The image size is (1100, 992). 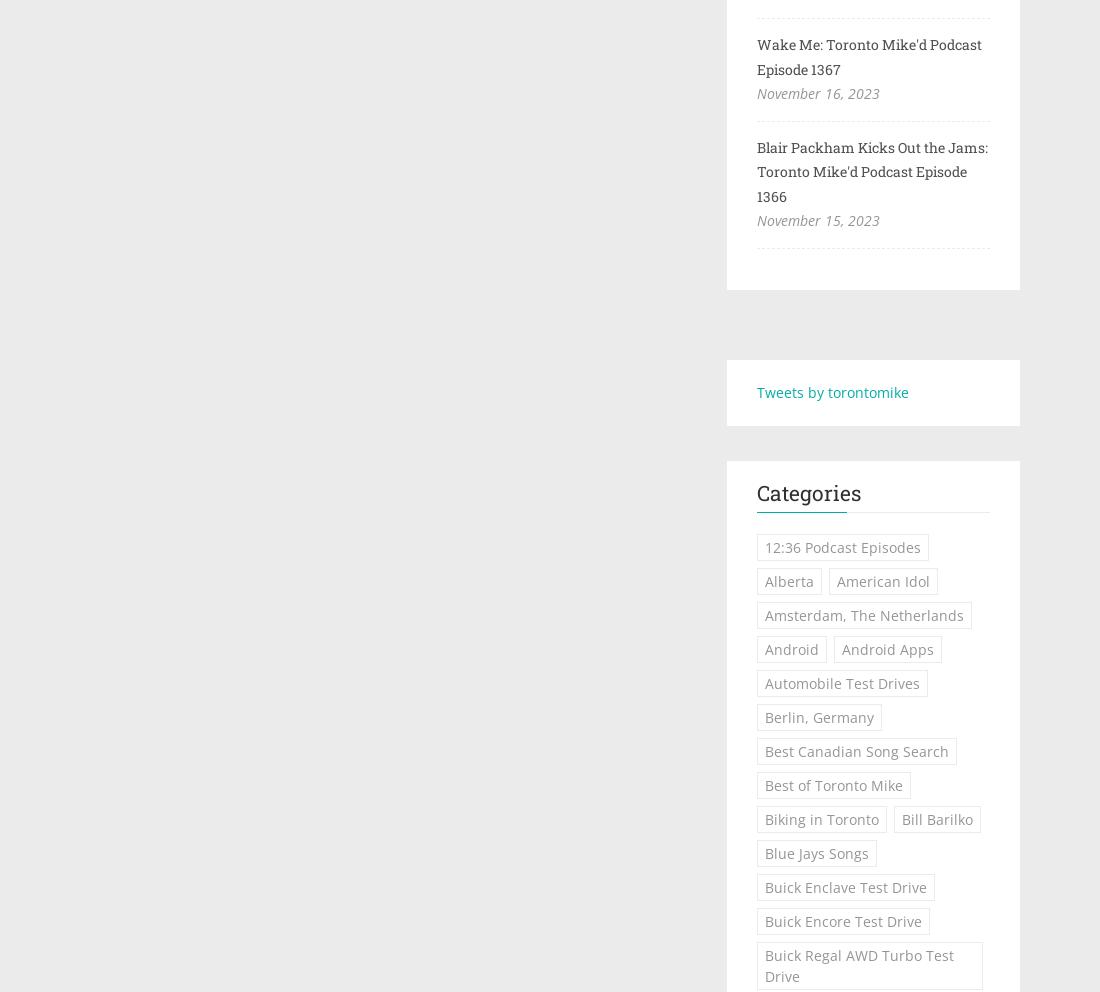 What do you see at coordinates (936, 819) in the screenshot?
I see `'Bill Barilko'` at bounding box center [936, 819].